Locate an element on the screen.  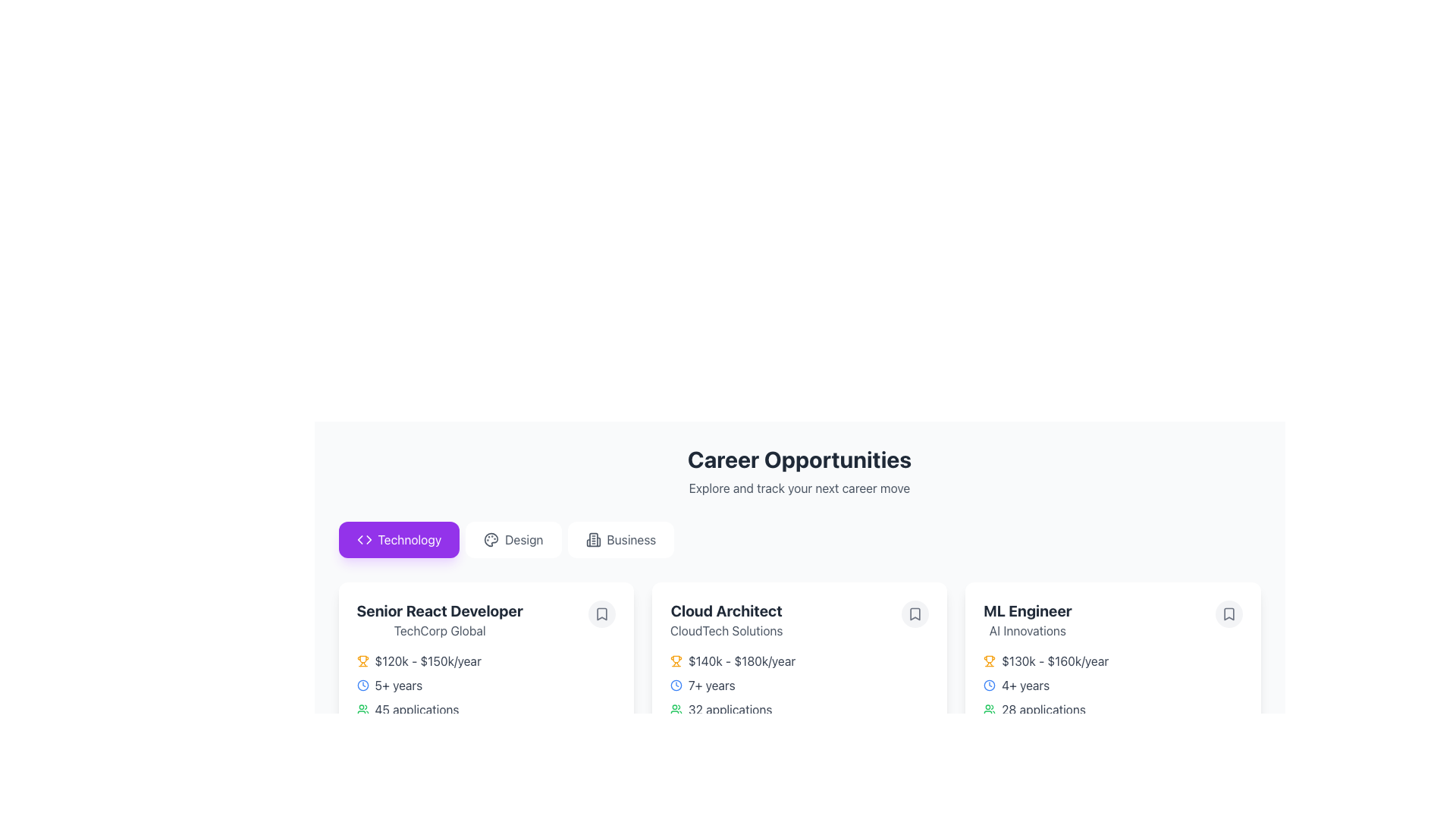
text label indicating the number of applications received for the job listing titled 'ML Engineer', located at the bottom of the job listing card and to the right of a green user icon is located at coordinates (1043, 710).